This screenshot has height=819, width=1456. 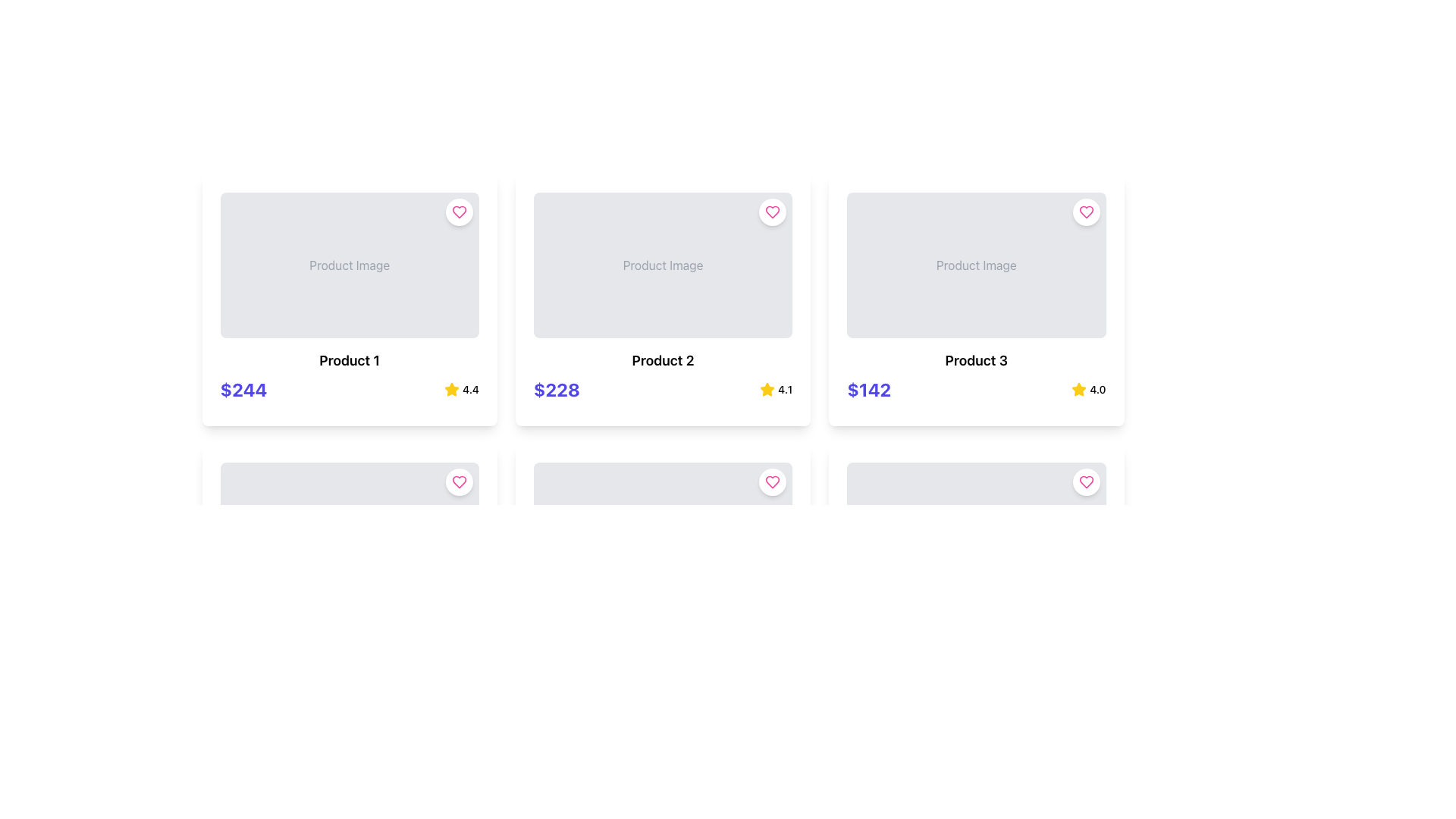 What do you see at coordinates (1085, 212) in the screenshot?
I see `the favorite button located at the top-right corner of the card representing 'Product 3'` at bounding box center [1085, 212].